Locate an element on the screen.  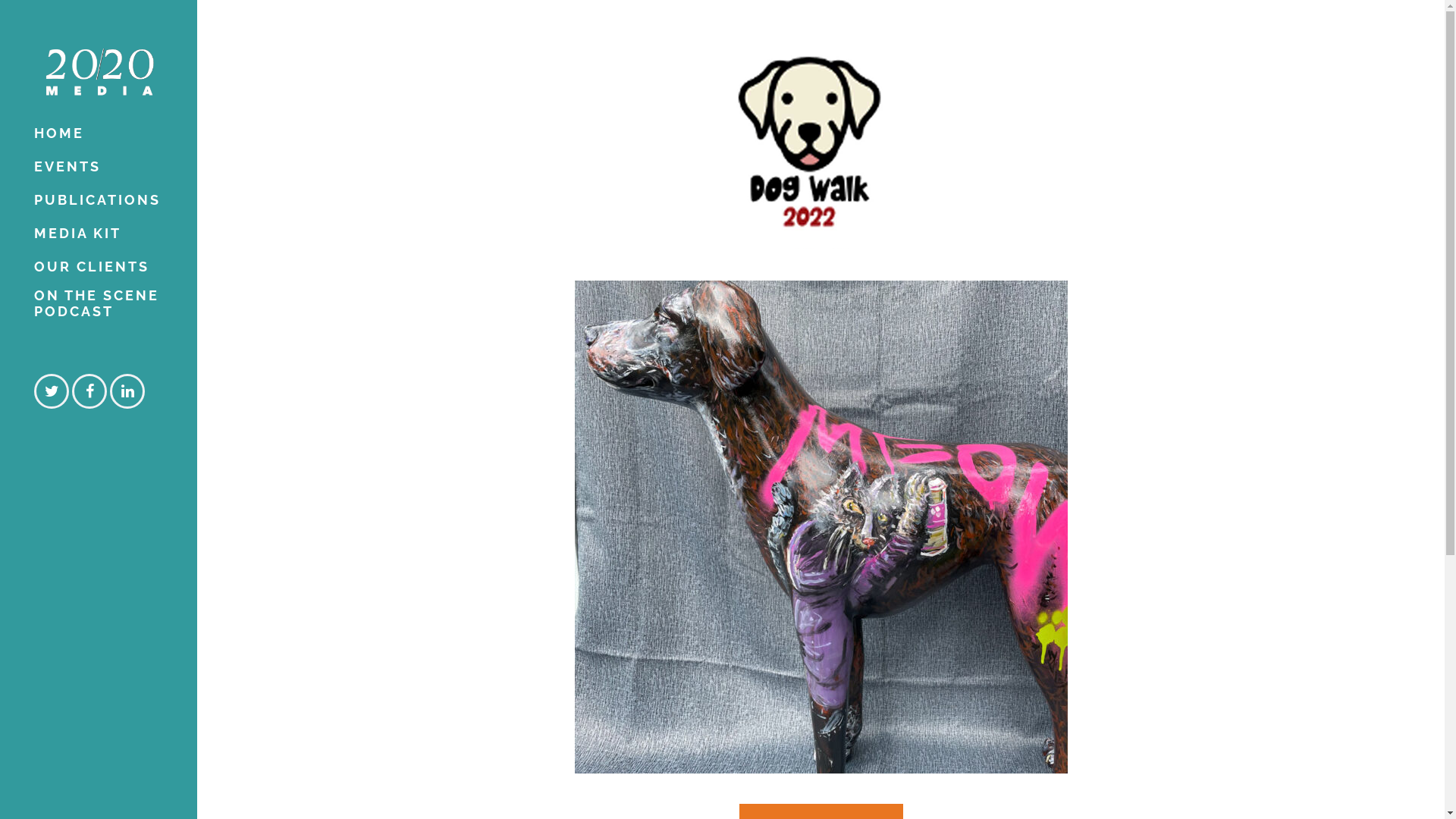
'HOME' is located at coordinates (97, 133).